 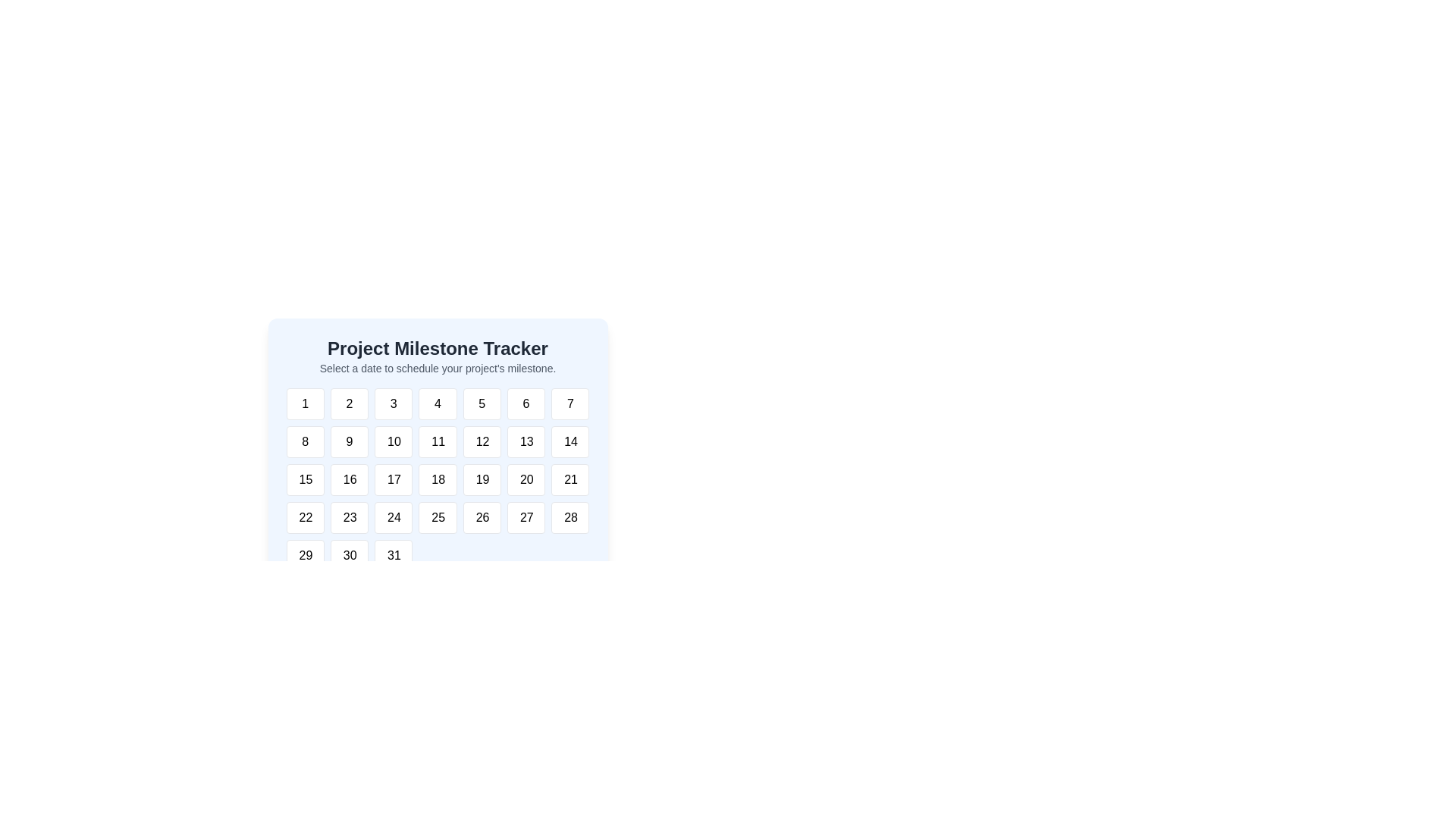 I want to click on the selectable date button for '13', so click(x=526, y=441).